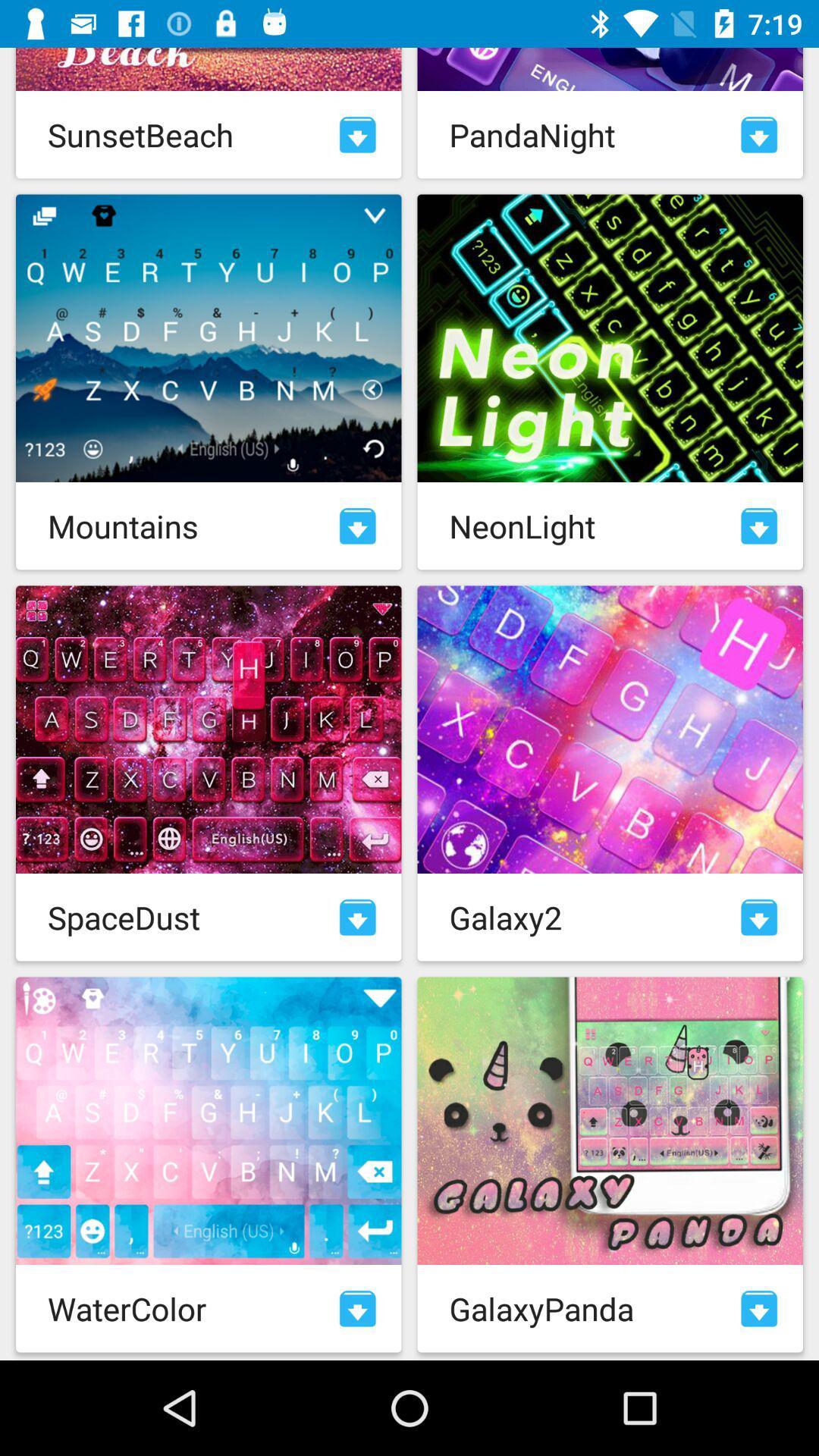 The width and height of the screenshot is (819, 1456). I want to click on download watercolor theme, so click(357, 1307).